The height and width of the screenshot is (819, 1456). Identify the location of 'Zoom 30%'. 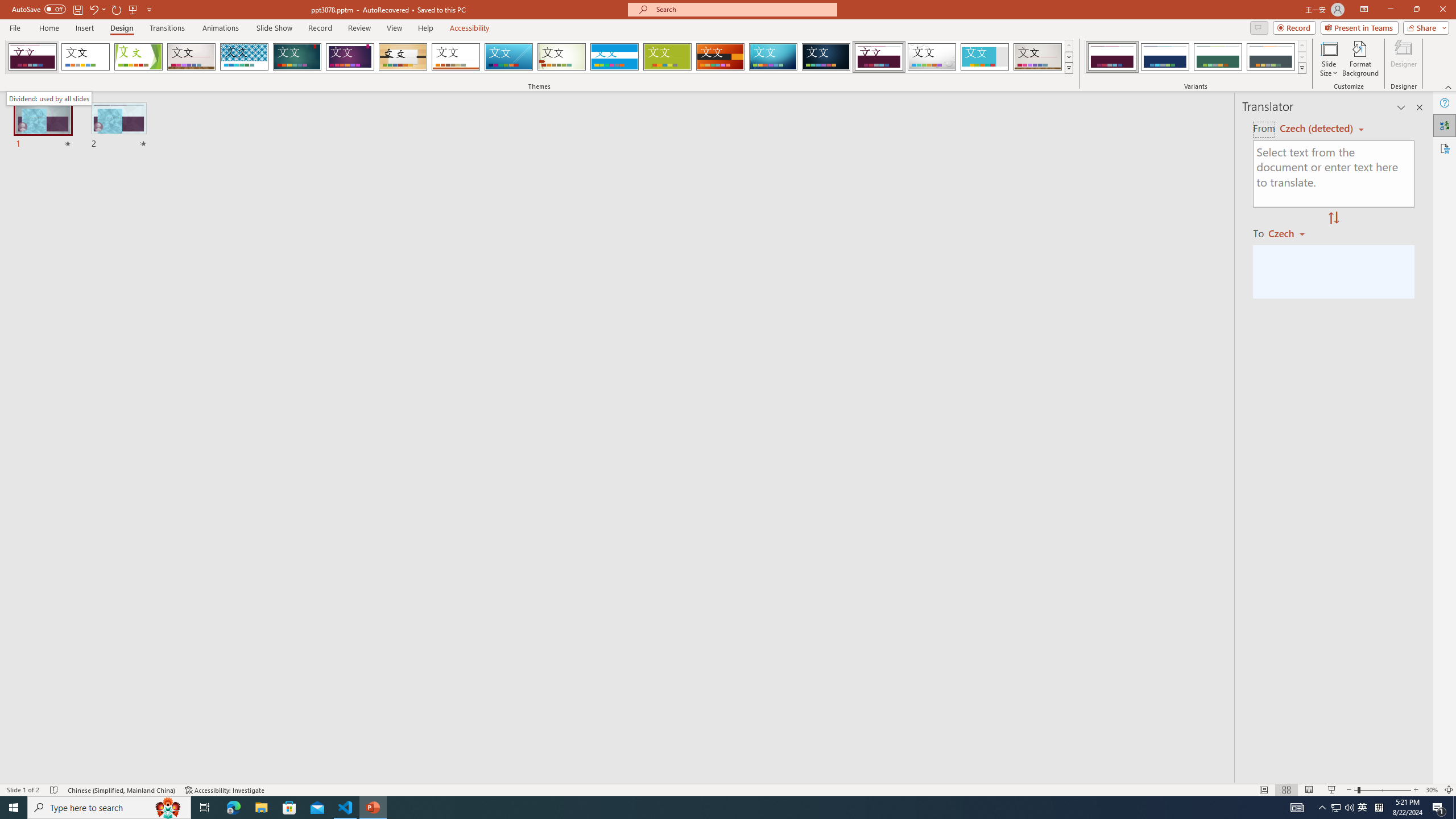
(1431, 790).